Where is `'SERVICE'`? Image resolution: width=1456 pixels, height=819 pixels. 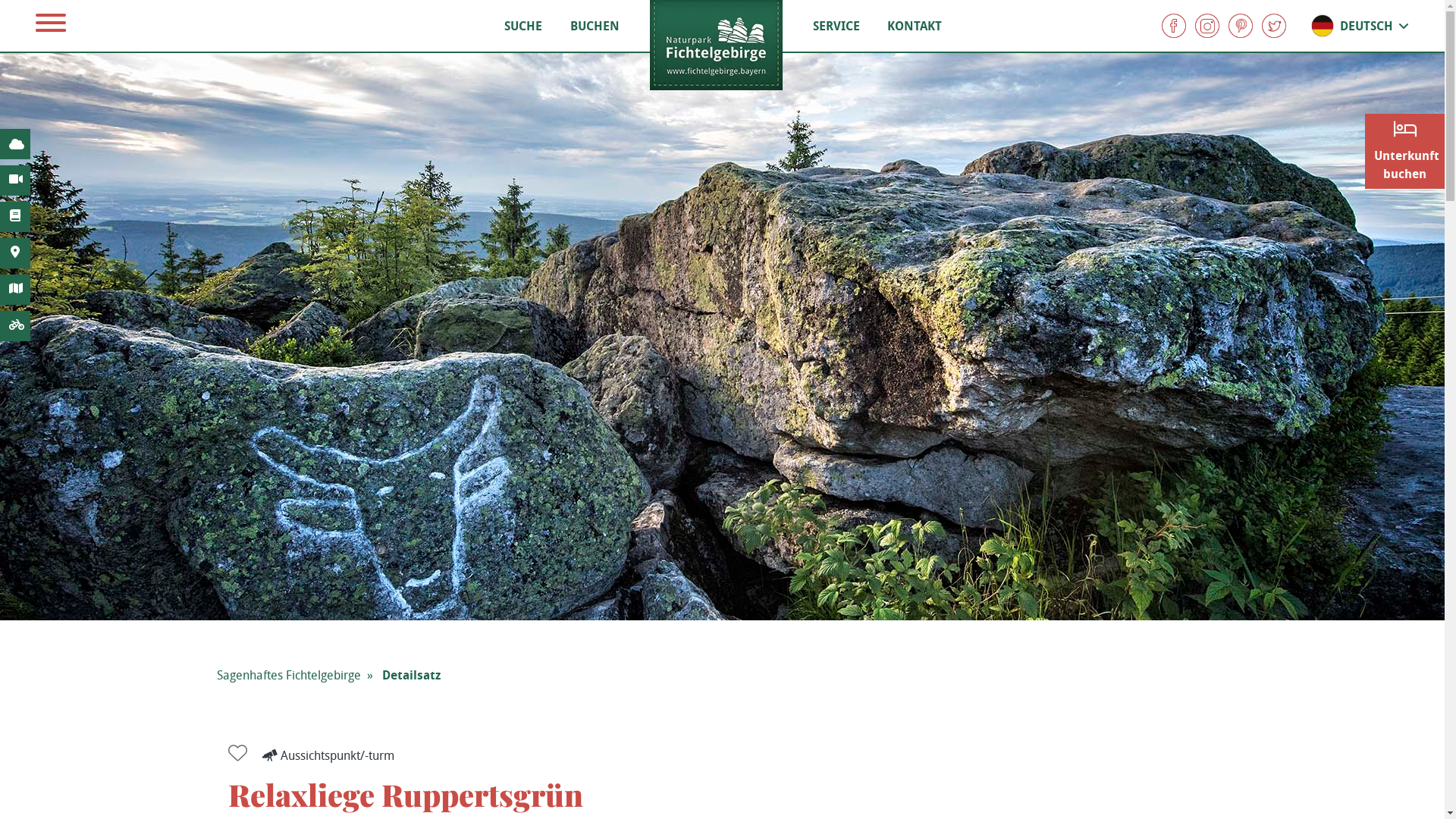
'SERVICE' is located at coordinates (836, 26).